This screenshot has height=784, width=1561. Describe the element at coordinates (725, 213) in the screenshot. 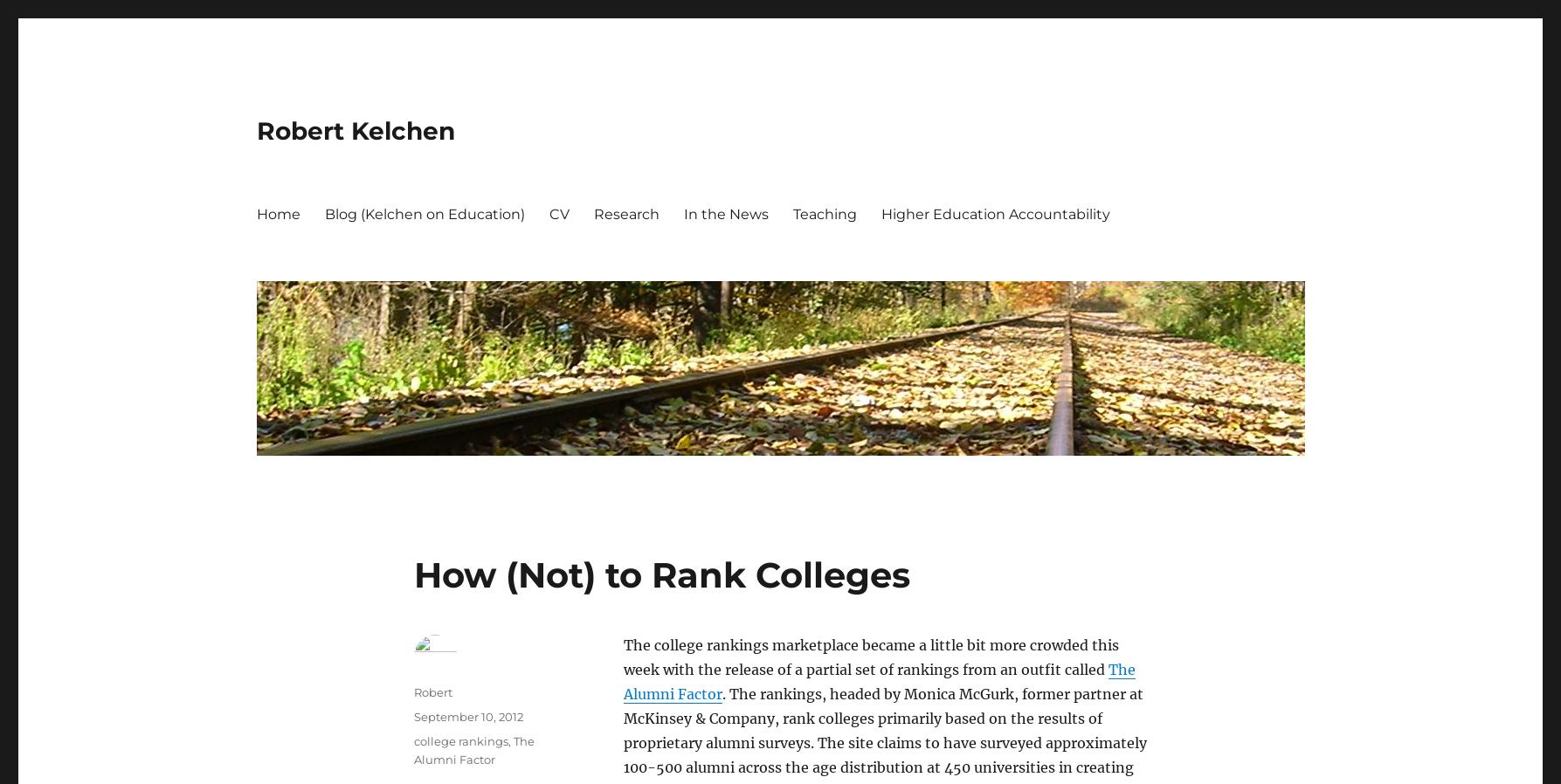

I see `'In the News'` at that location.